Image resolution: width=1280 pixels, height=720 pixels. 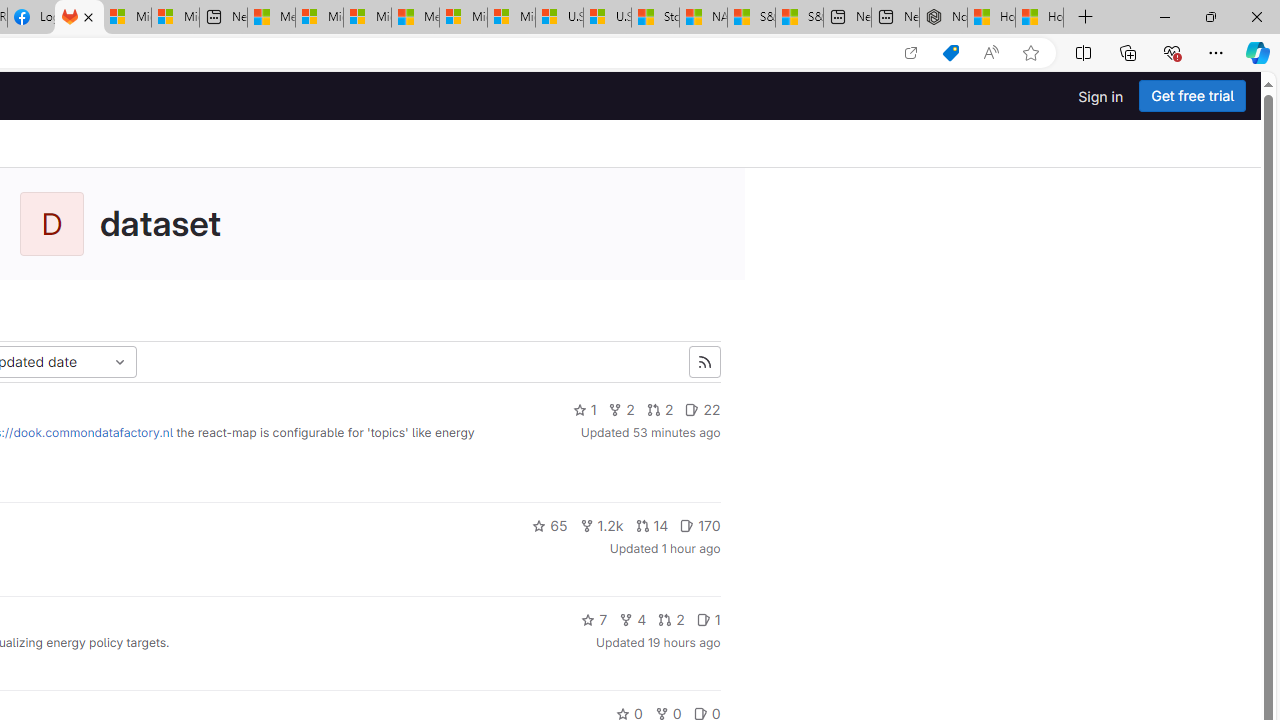 I want to click on 'Class: s16 gl-icon gl-button-icon ', so click(x=704, y=362).